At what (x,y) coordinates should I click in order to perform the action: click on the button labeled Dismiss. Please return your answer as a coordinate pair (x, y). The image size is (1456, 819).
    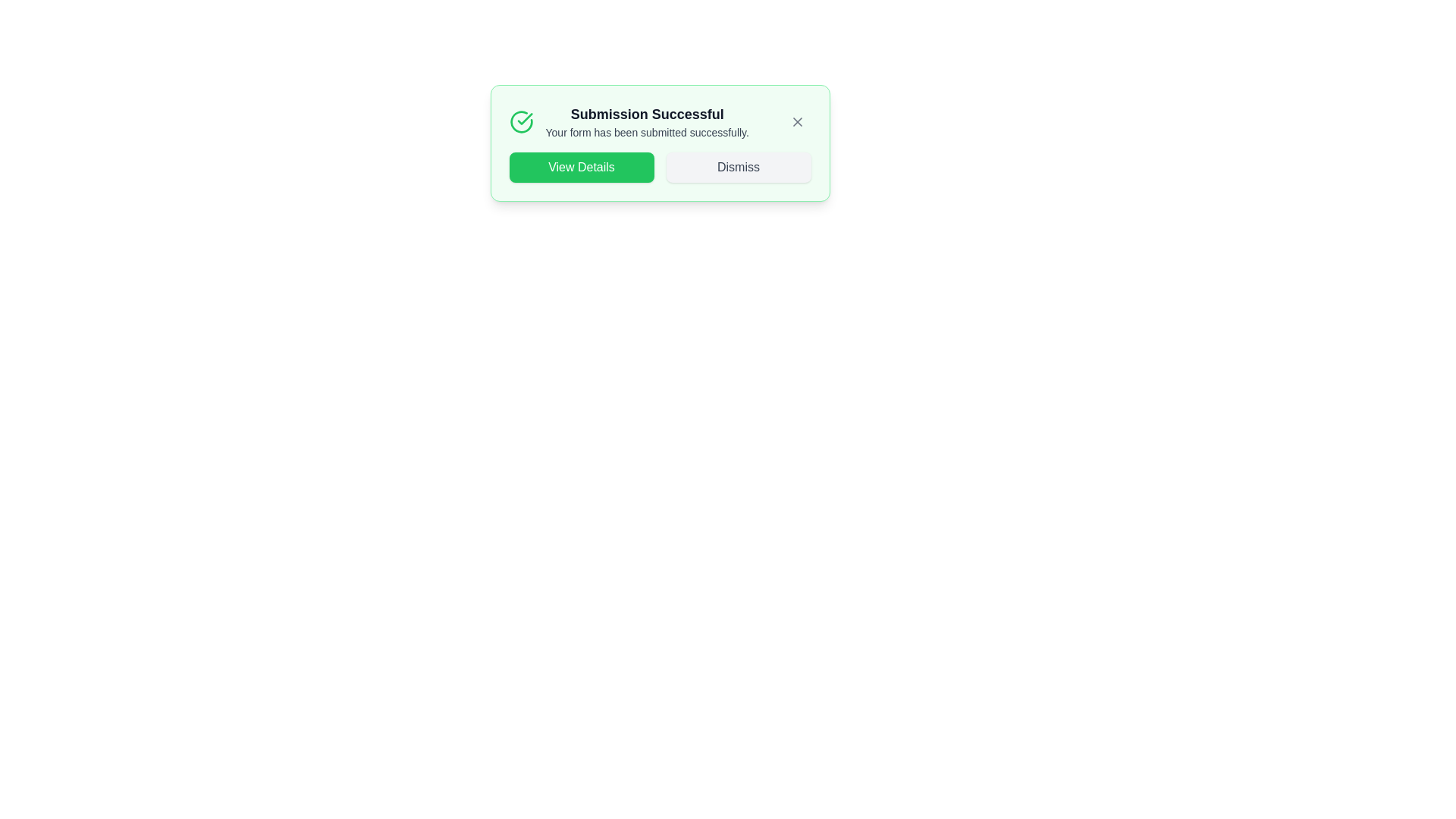
    Looking at the image, I should click on (739, 167).